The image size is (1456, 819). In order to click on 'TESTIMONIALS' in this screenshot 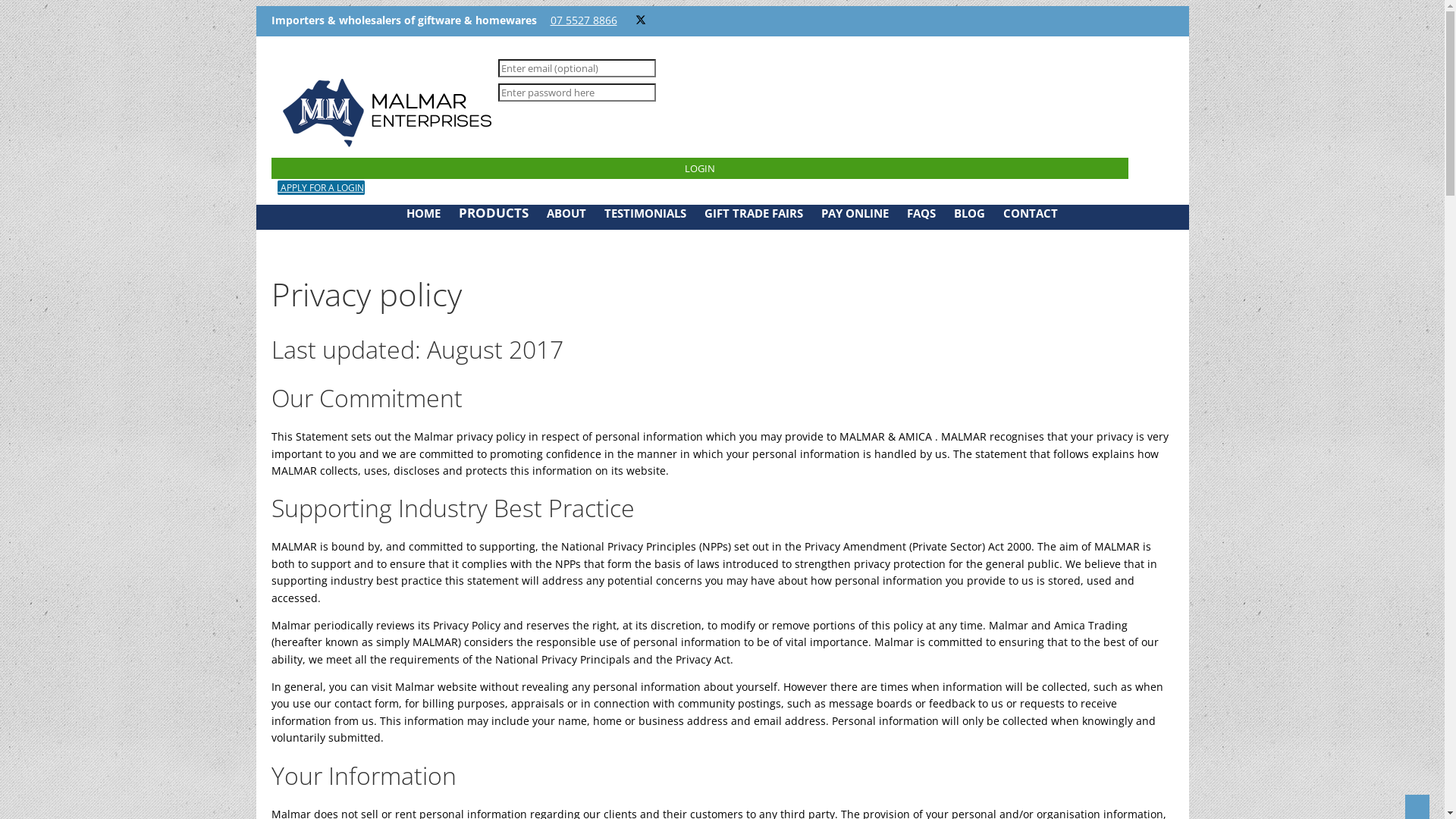, I will do `click(644, 213)`.